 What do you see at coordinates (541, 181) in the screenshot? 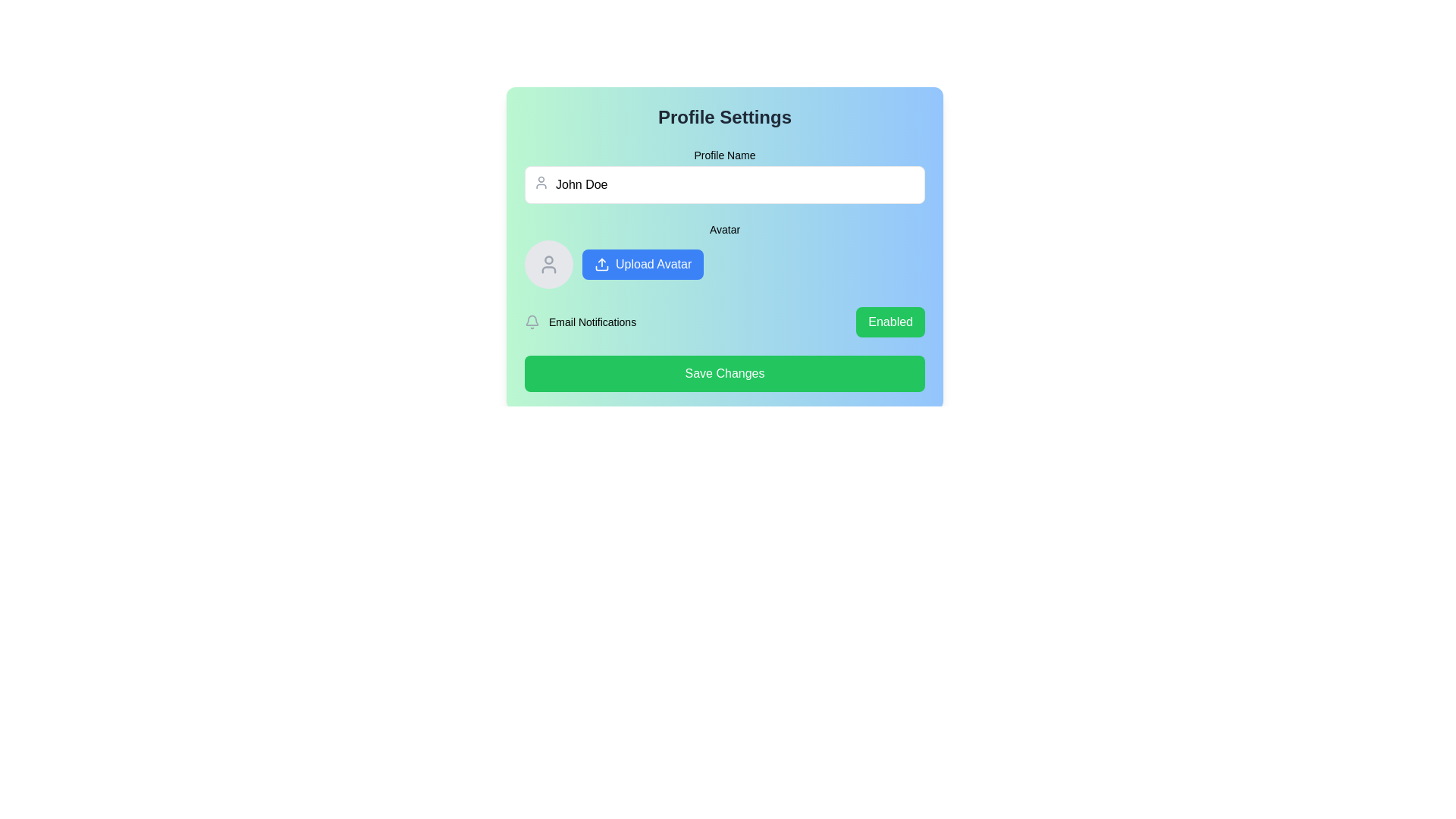
I see `the user avatar icon, which is a minimalist line drawing of a person, located to the left of the 'Profile Name' input field in the 'Profile Settings' interface` at bounding box center [541, 181].